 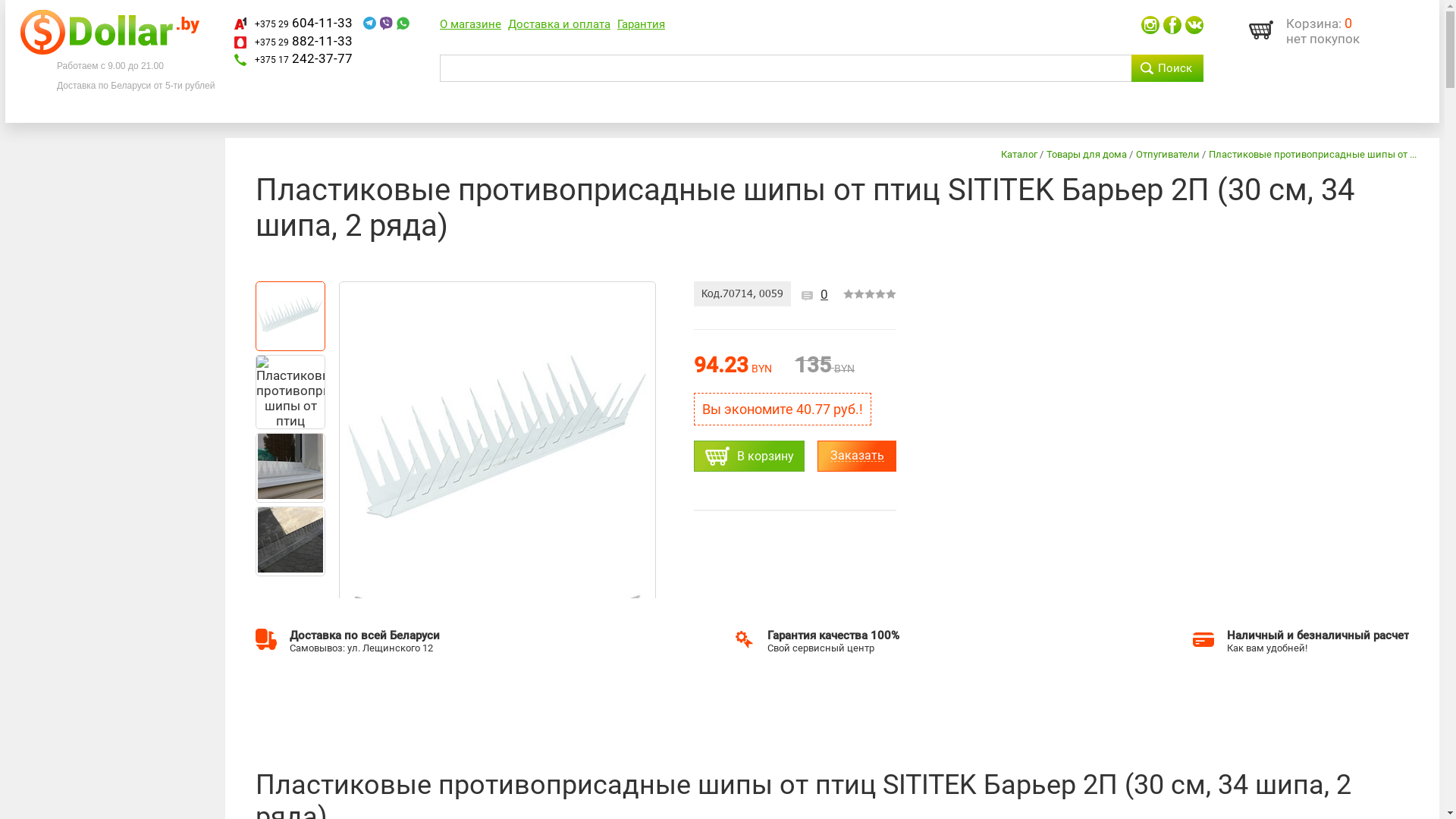 I want to click on '+375 29 882-11-33', so click(x=255, y=40).